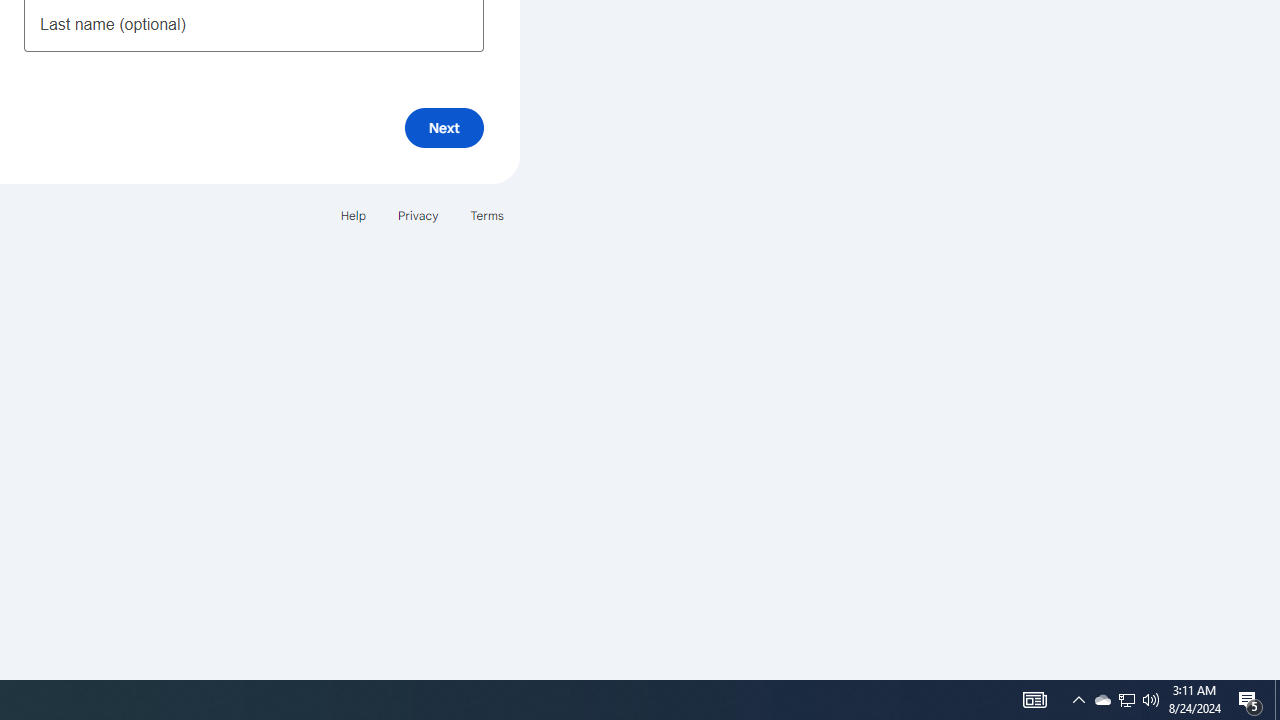 This screenshot has width=1280, height=720. What do you see at coordinates (487, 215) in the screenshot?
I see `'Terms'` at bounding box center [487, 215].